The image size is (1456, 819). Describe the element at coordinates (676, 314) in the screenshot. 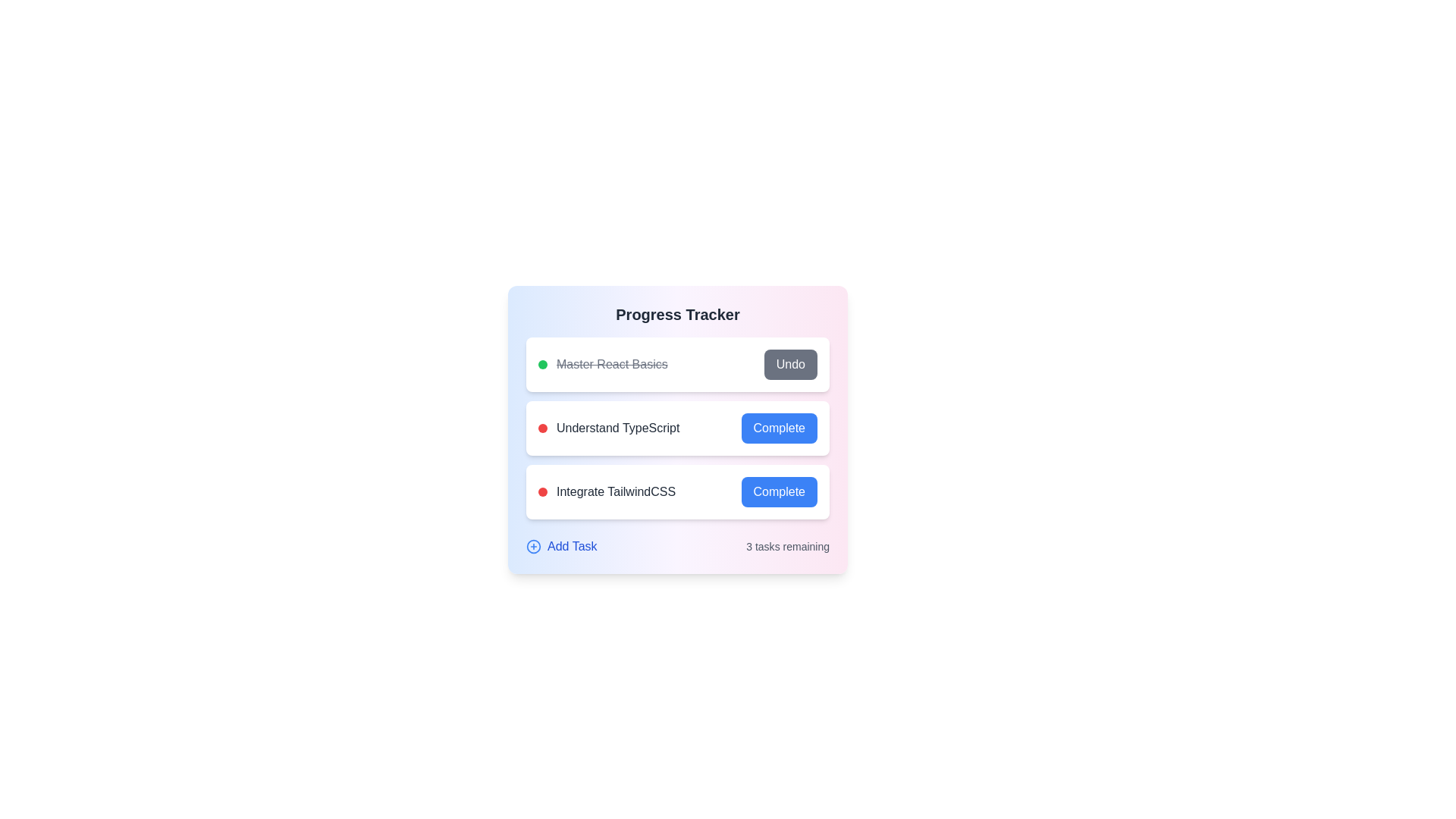

I see `the 'Progress Tracker' text display to trigger tooltip or styling effects` at that location.